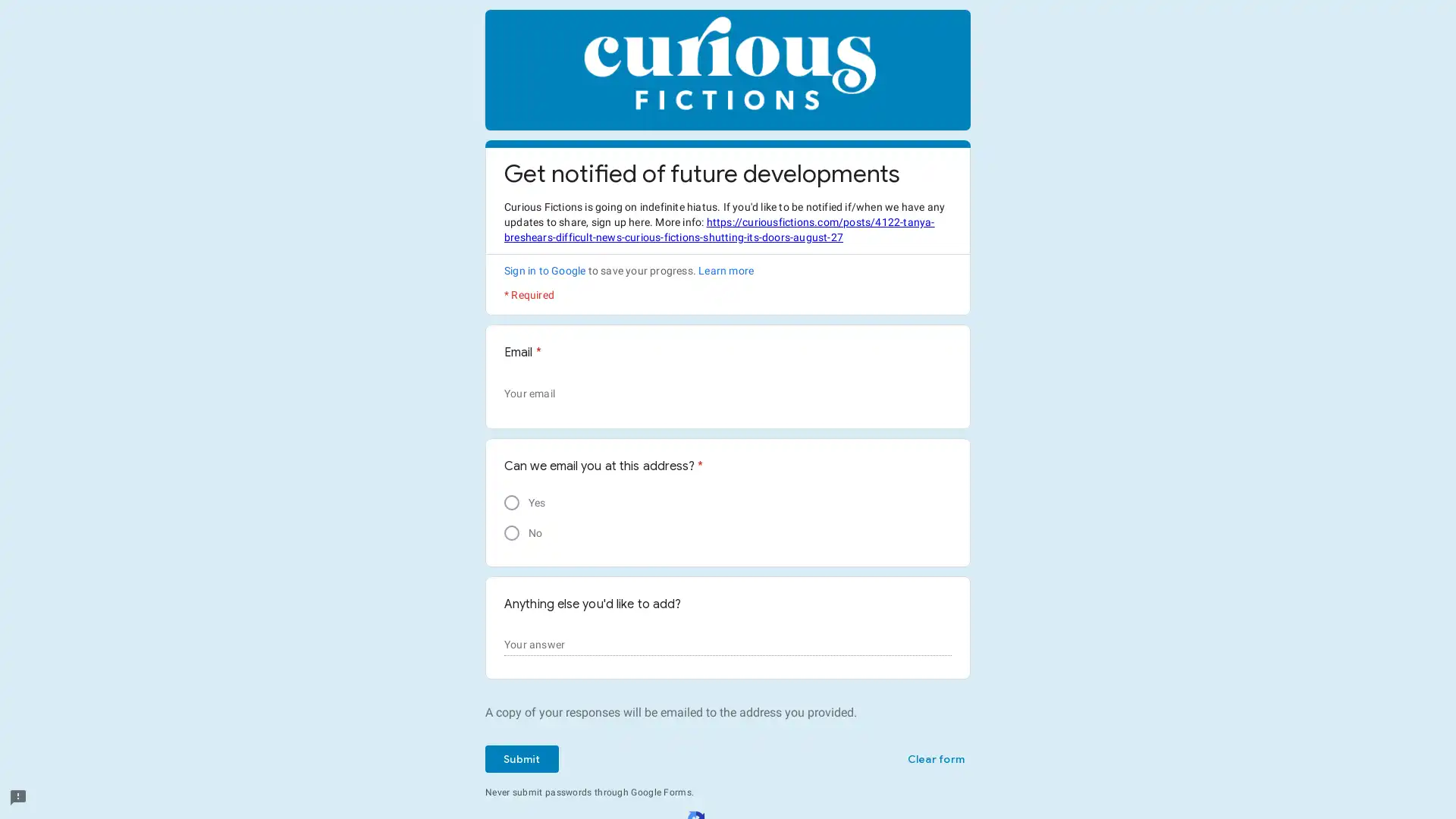 The width and height of the screenshot is (1456, 819). I want to click on Clear form, so click(934, 759).